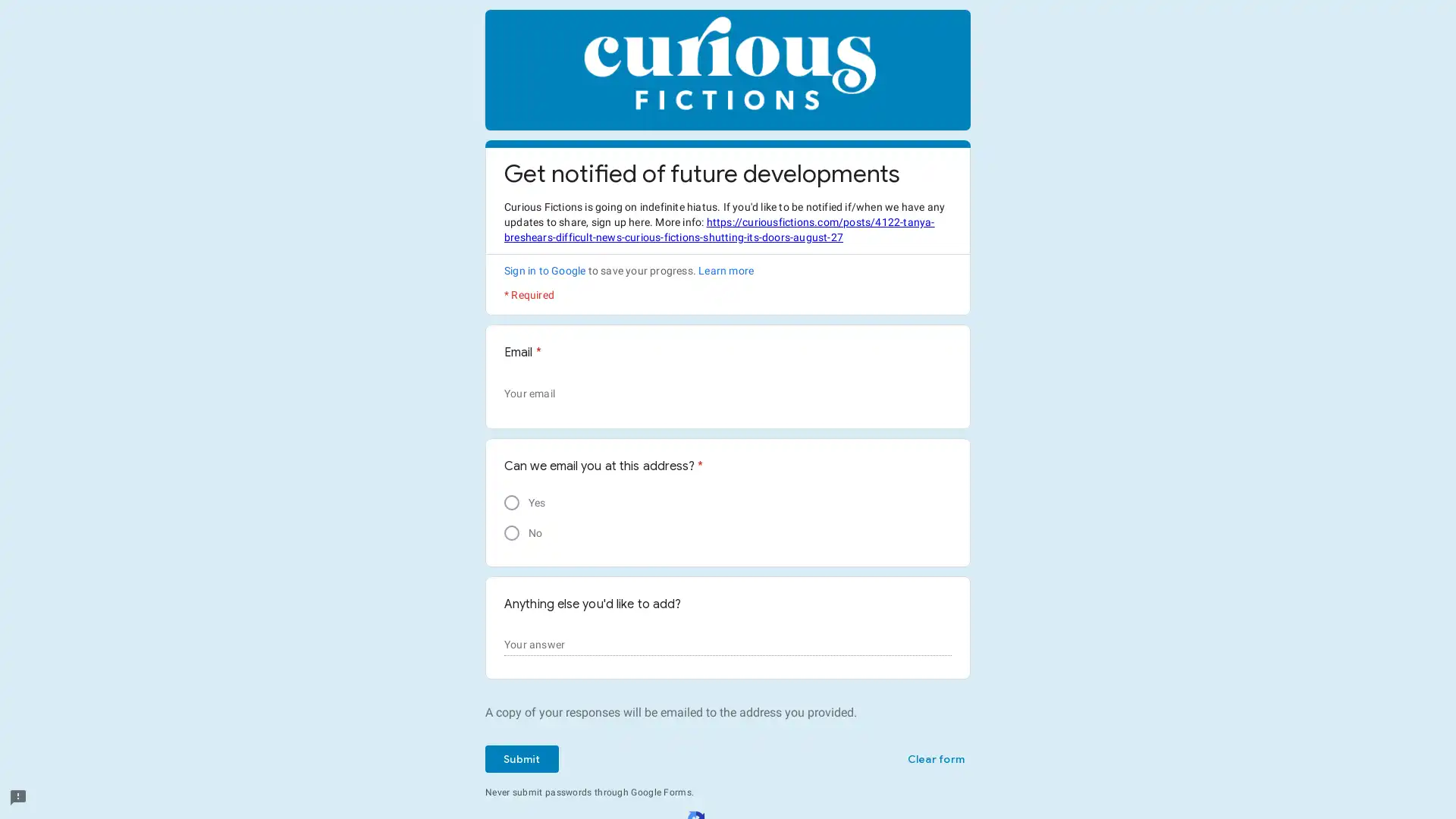 The width and height of the screenshot is (1456, 819). I want to click on Clear form, so click(934, 759).